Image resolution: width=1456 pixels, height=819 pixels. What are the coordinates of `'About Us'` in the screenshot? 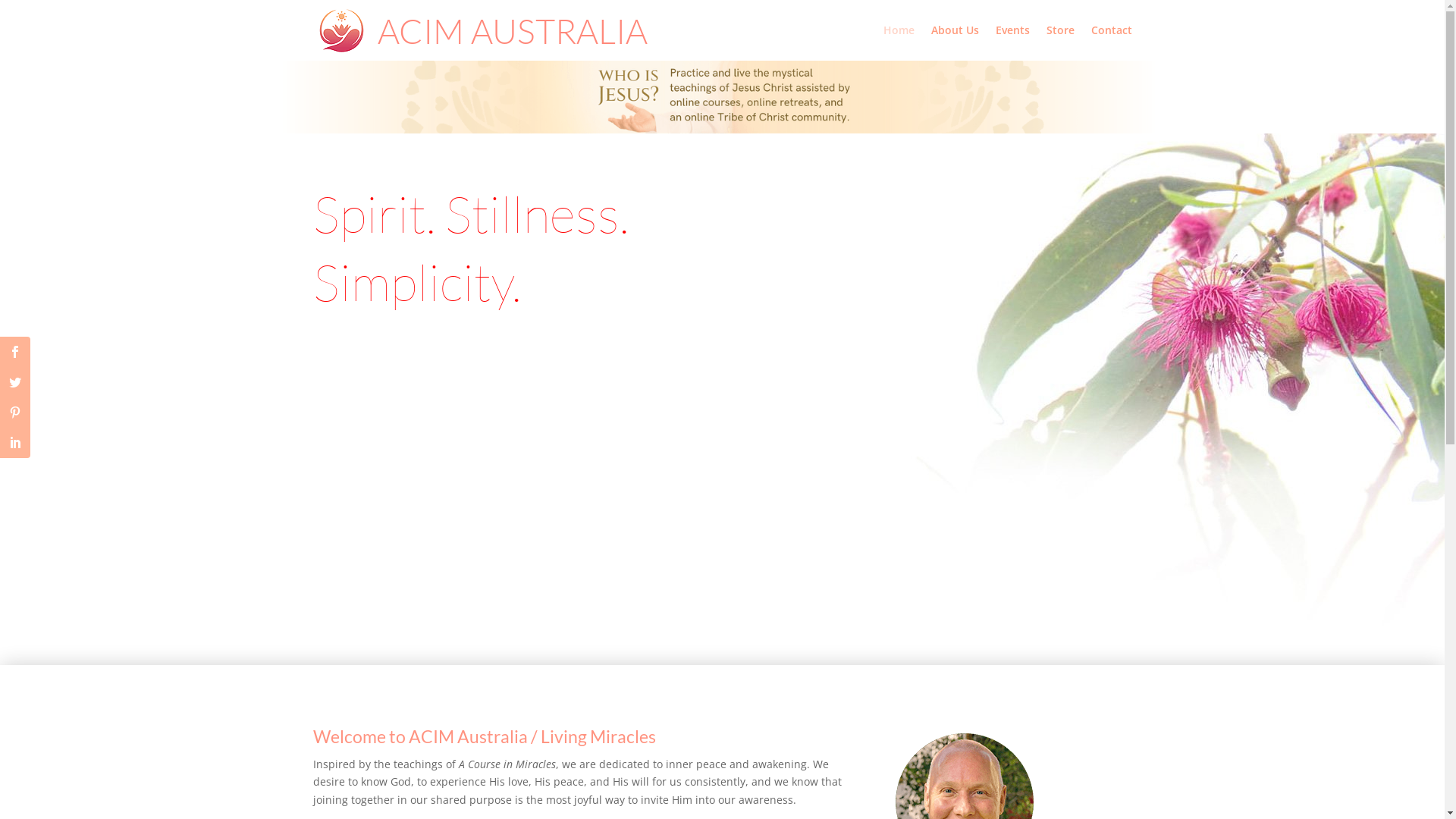 It's located at (954, 42).